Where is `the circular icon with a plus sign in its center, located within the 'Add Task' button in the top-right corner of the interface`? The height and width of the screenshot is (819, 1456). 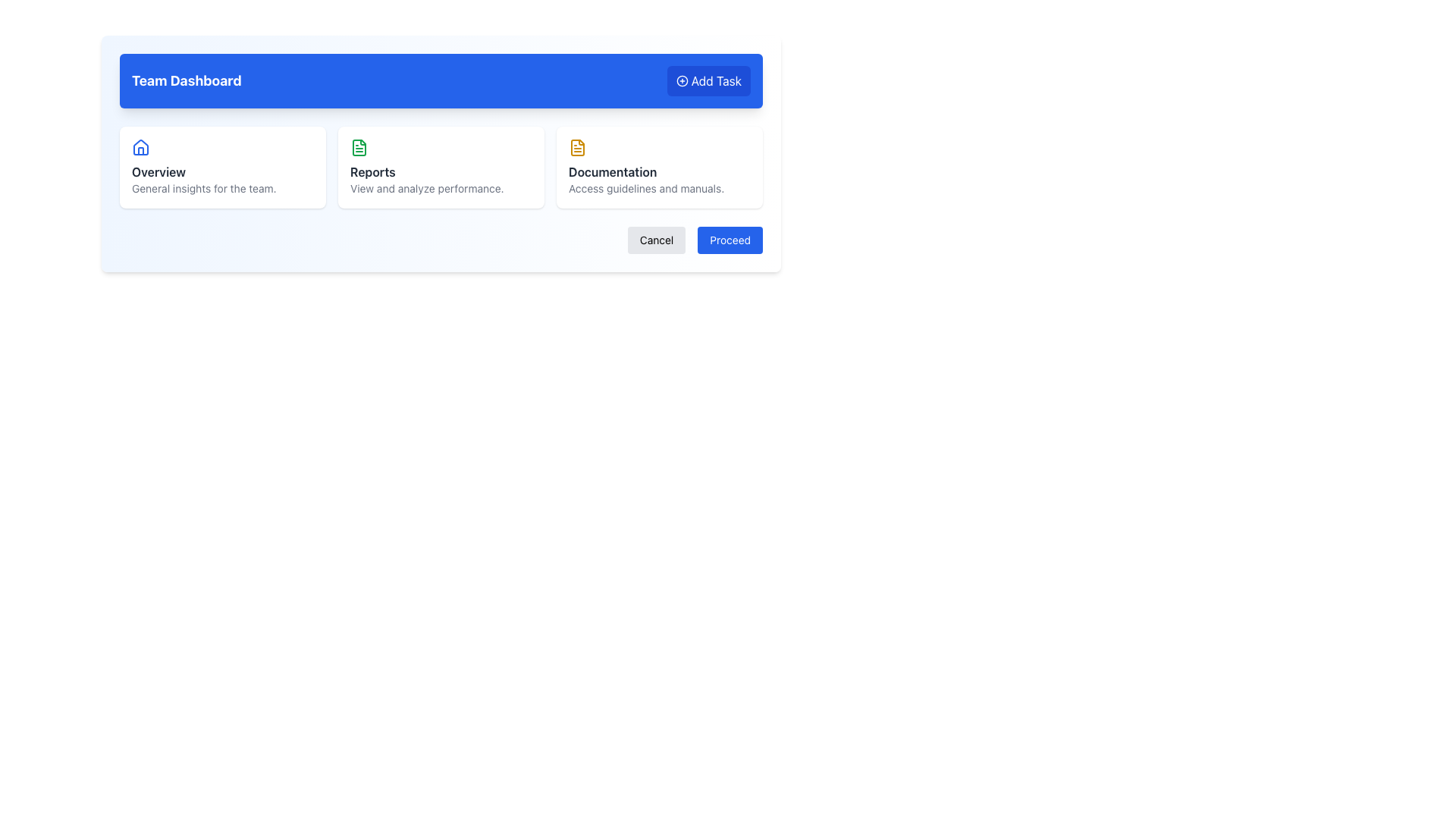
the circular icon with a plus sign in its center, located within the 'Add Task' button in the top-right corner of the interface is located at coordinates (680, 81).